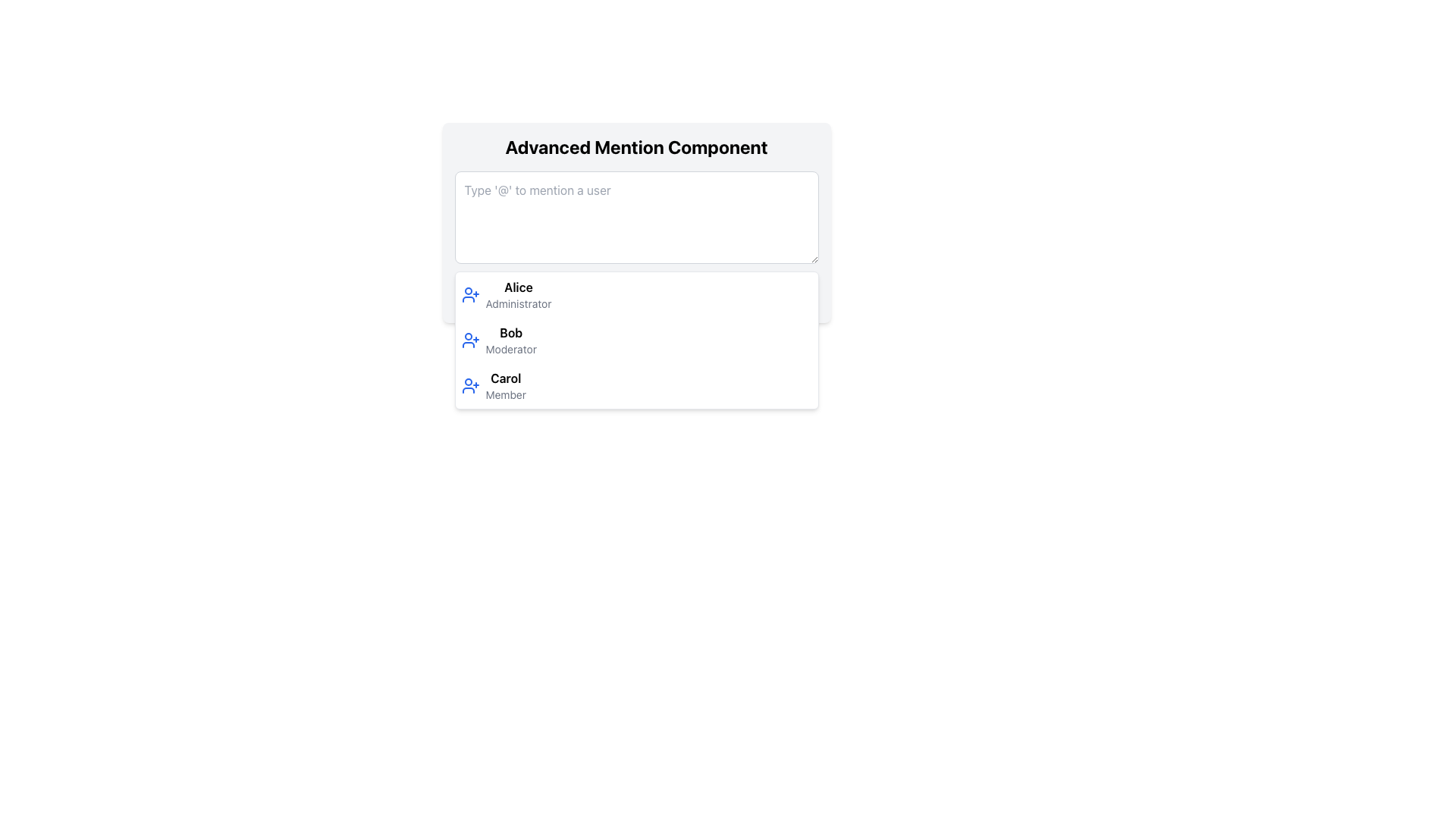 Image resolution: width=1456 pixels, height=819 pixels. Describe the element at coordinates (636, 295) in the screenshot. I see `the first item in the dropdown list that mentions the user 'Alice' with the role 'Administrator'` at that location.